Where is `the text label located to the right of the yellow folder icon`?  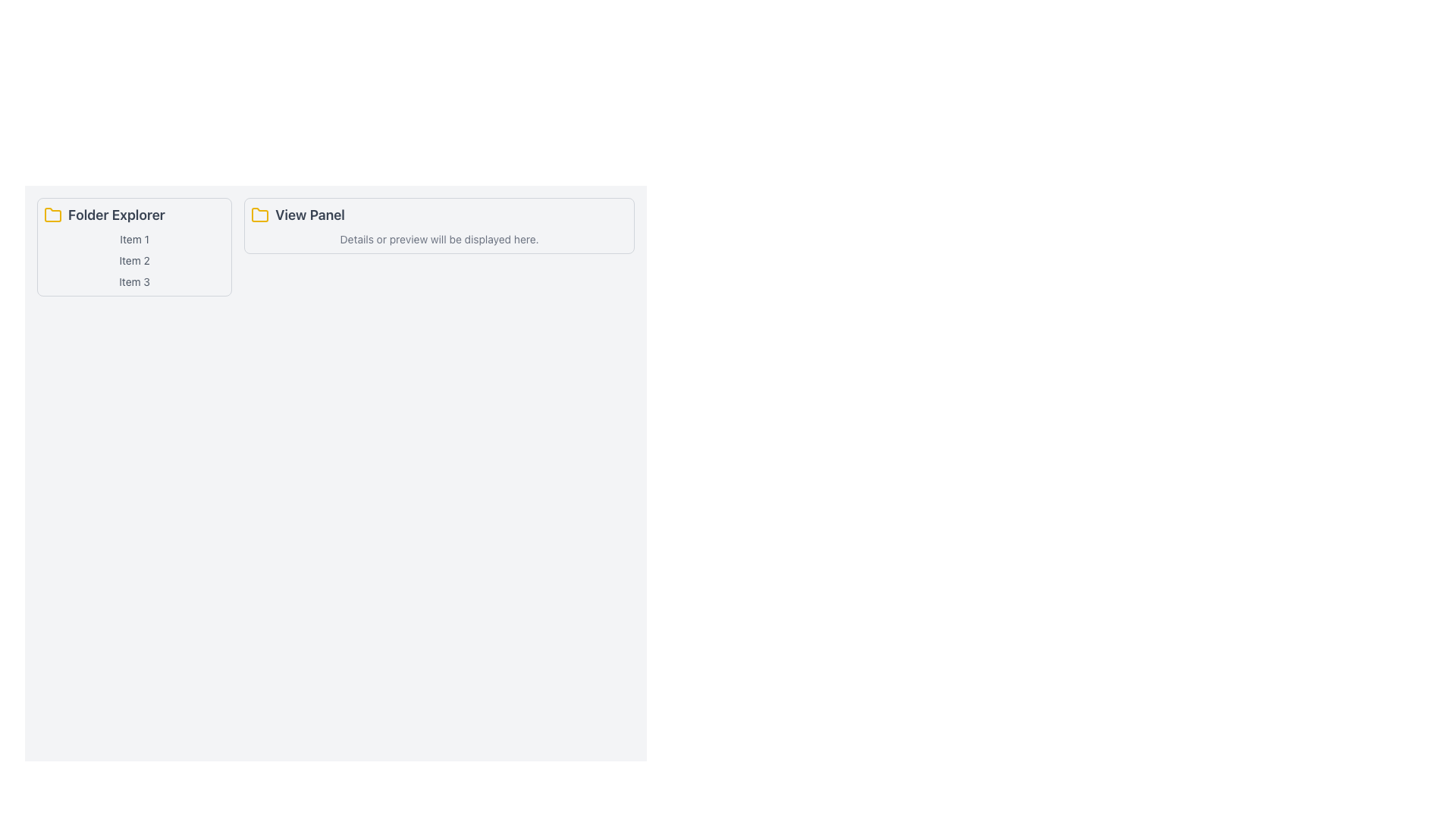 the text label located to the right of the yellow folder icon is located at coordinates (115, 215).